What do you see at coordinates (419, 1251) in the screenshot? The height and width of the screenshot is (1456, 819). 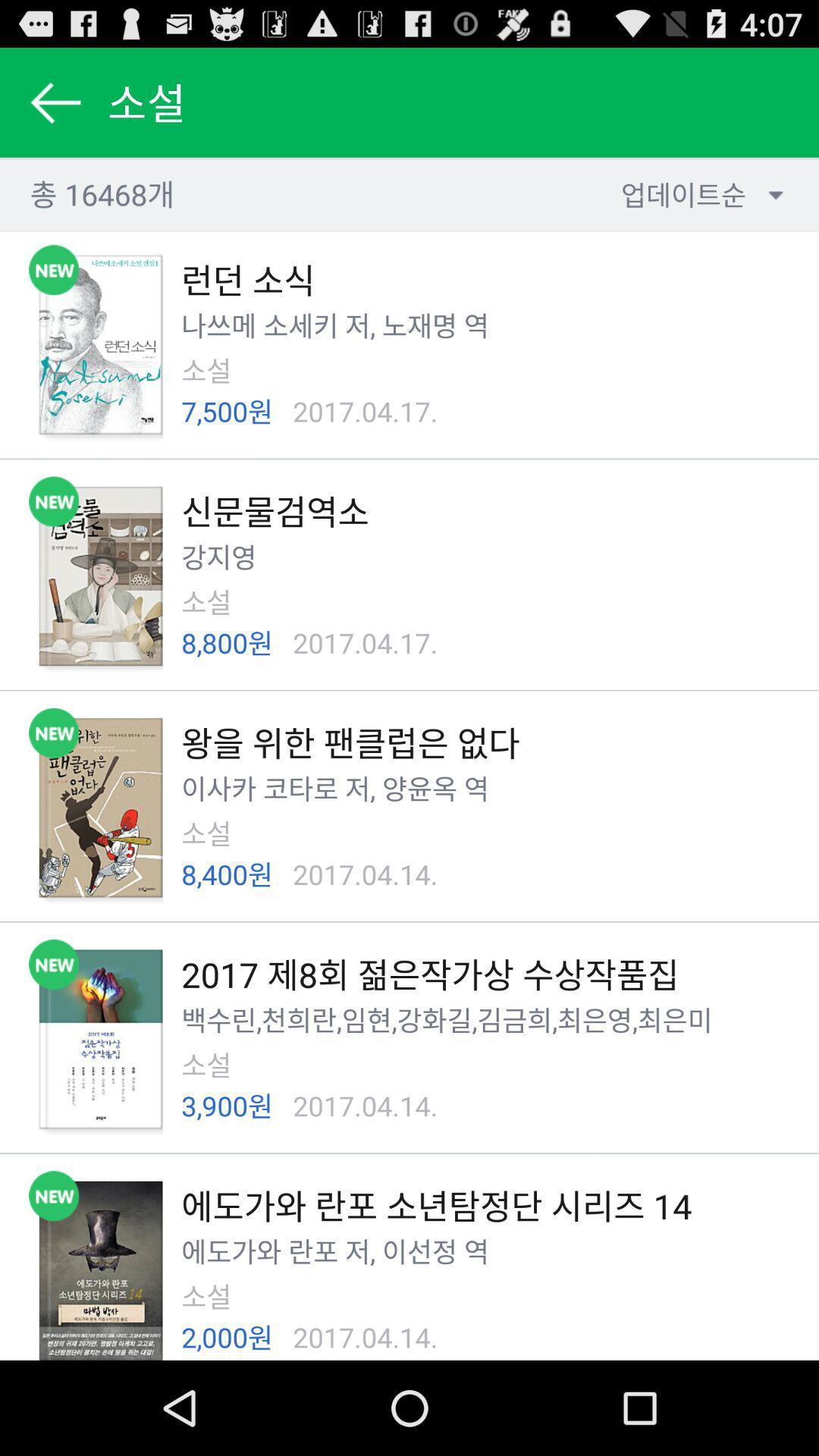 I see `the app to the right of the ,  app` at bounding box center [419, 1251].